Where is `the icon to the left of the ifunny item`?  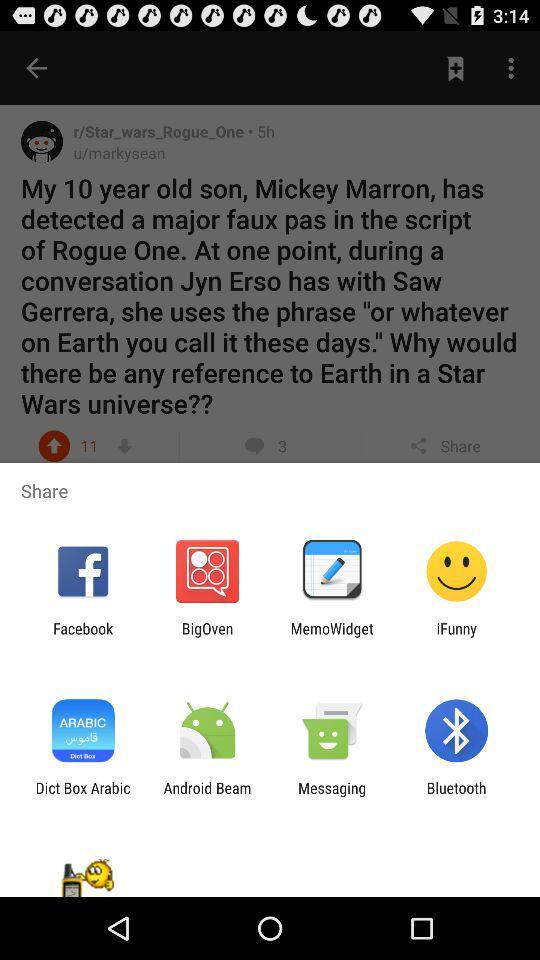 the icon to the left of the ifunny item is located at coordinates (332, 636).